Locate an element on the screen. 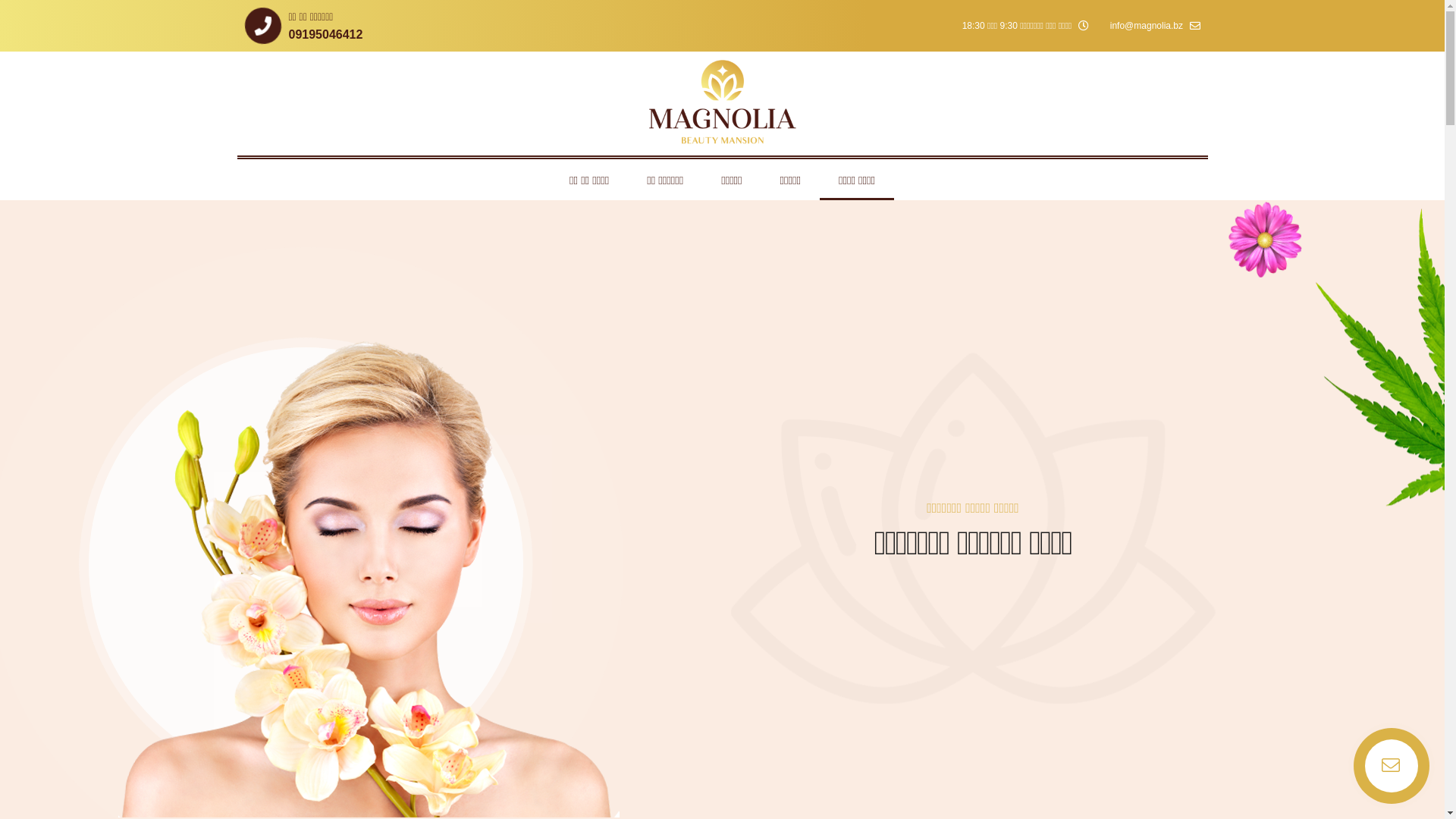 The width and height of the screenshot is (1456, 819). 'info@magnolia.bz' is located at coordinates (1154, 26).